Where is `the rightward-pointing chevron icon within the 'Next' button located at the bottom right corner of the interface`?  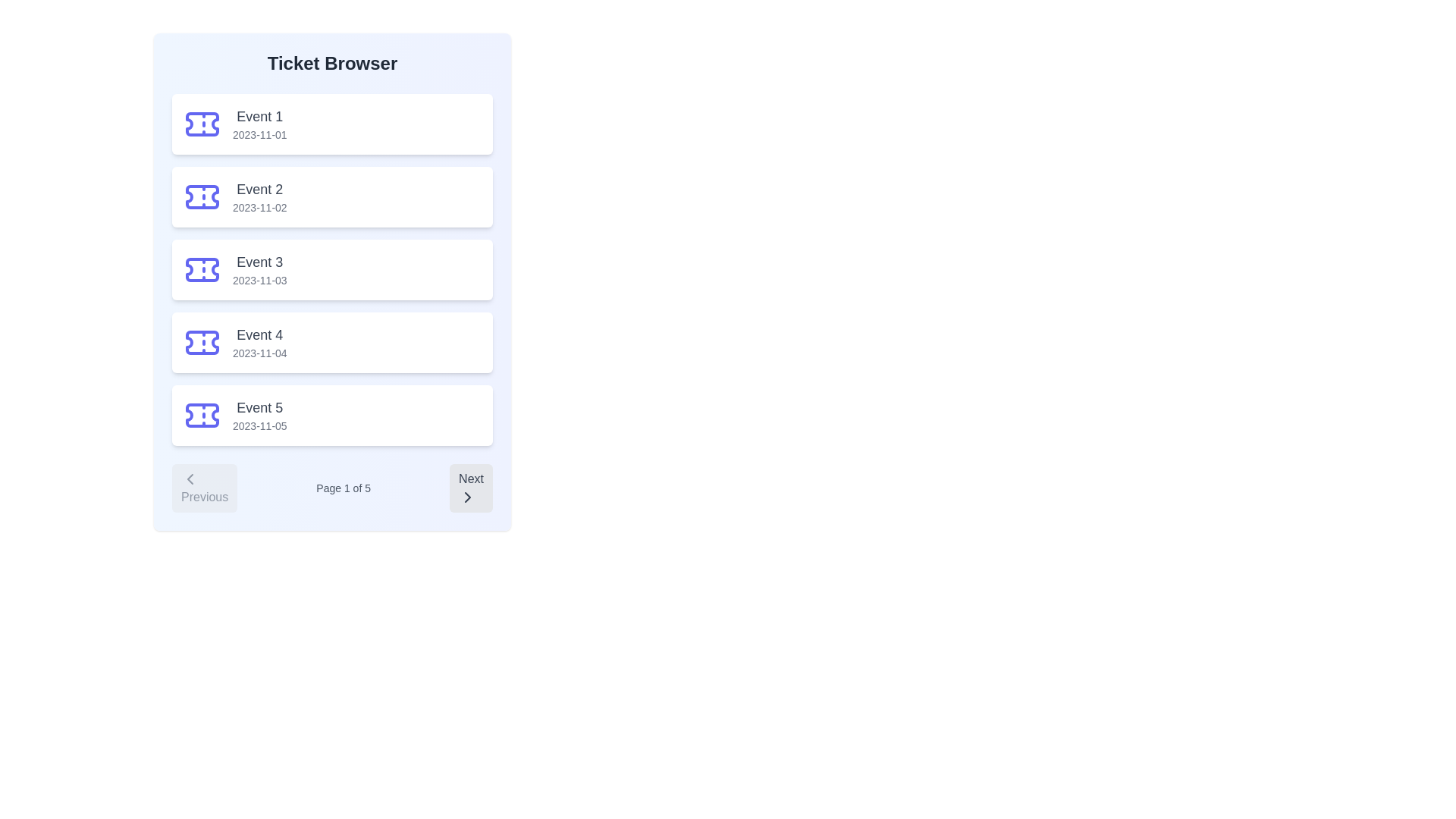
the rightward-pointing chevron icon within the 'Next' button located at the bottom right corner of the interface is located at coordinates (467, 497).